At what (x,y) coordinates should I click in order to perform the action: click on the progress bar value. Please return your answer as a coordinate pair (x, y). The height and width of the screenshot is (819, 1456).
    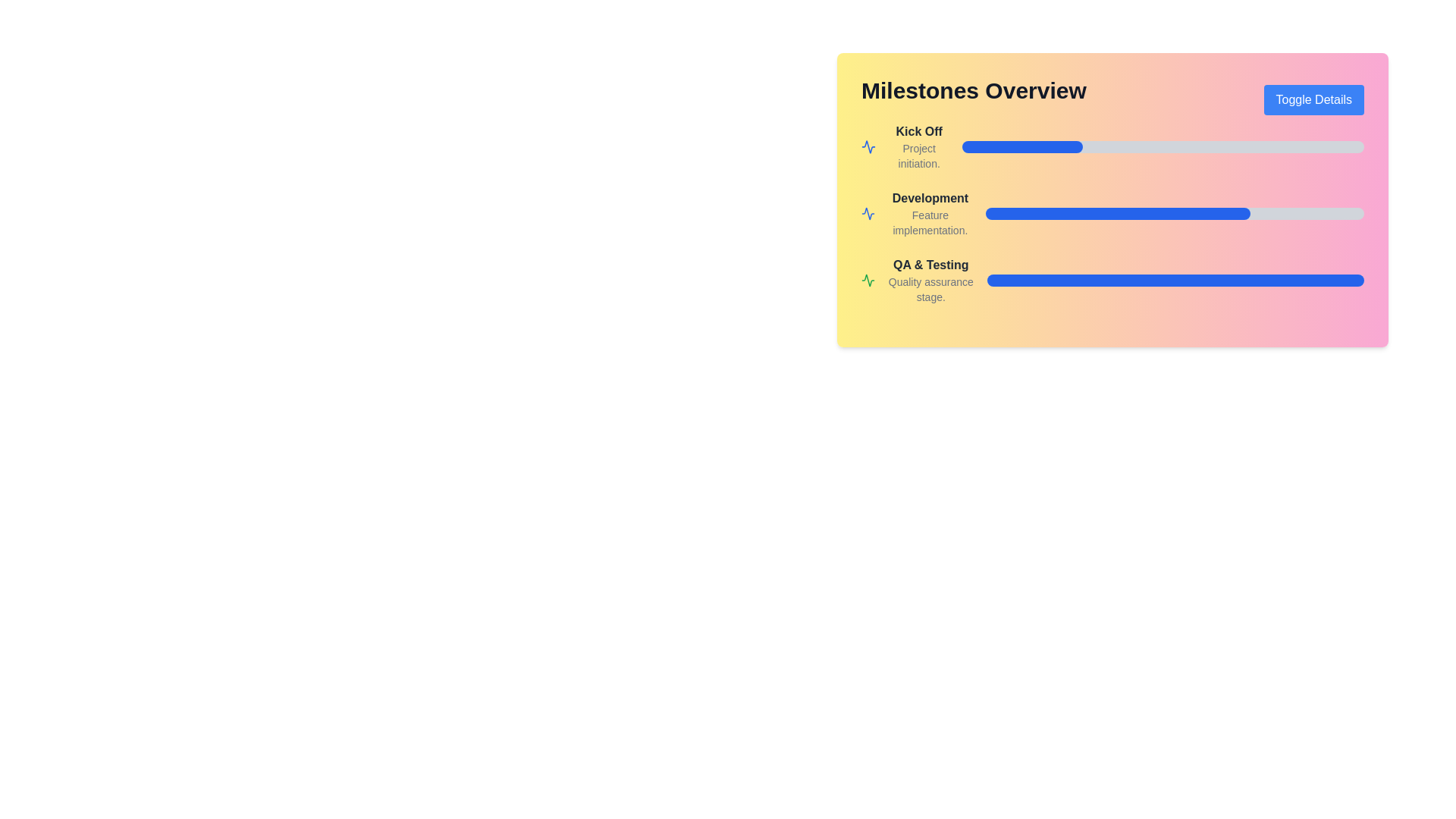
    Looking at the image, I should click on (1134, 281).